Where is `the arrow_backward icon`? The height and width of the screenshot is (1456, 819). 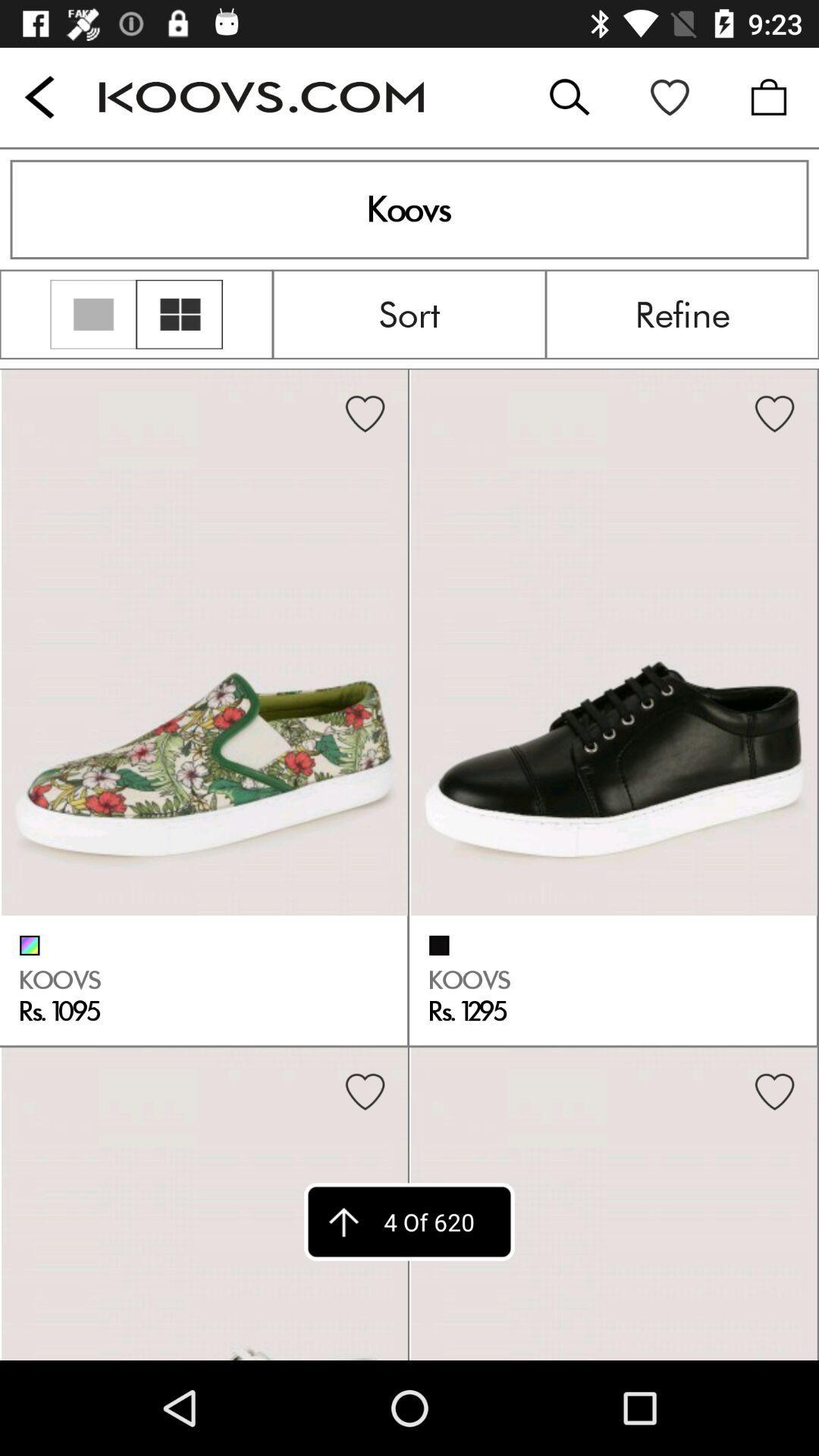 the arrow_backward icon is located at coordinates (39, 96).